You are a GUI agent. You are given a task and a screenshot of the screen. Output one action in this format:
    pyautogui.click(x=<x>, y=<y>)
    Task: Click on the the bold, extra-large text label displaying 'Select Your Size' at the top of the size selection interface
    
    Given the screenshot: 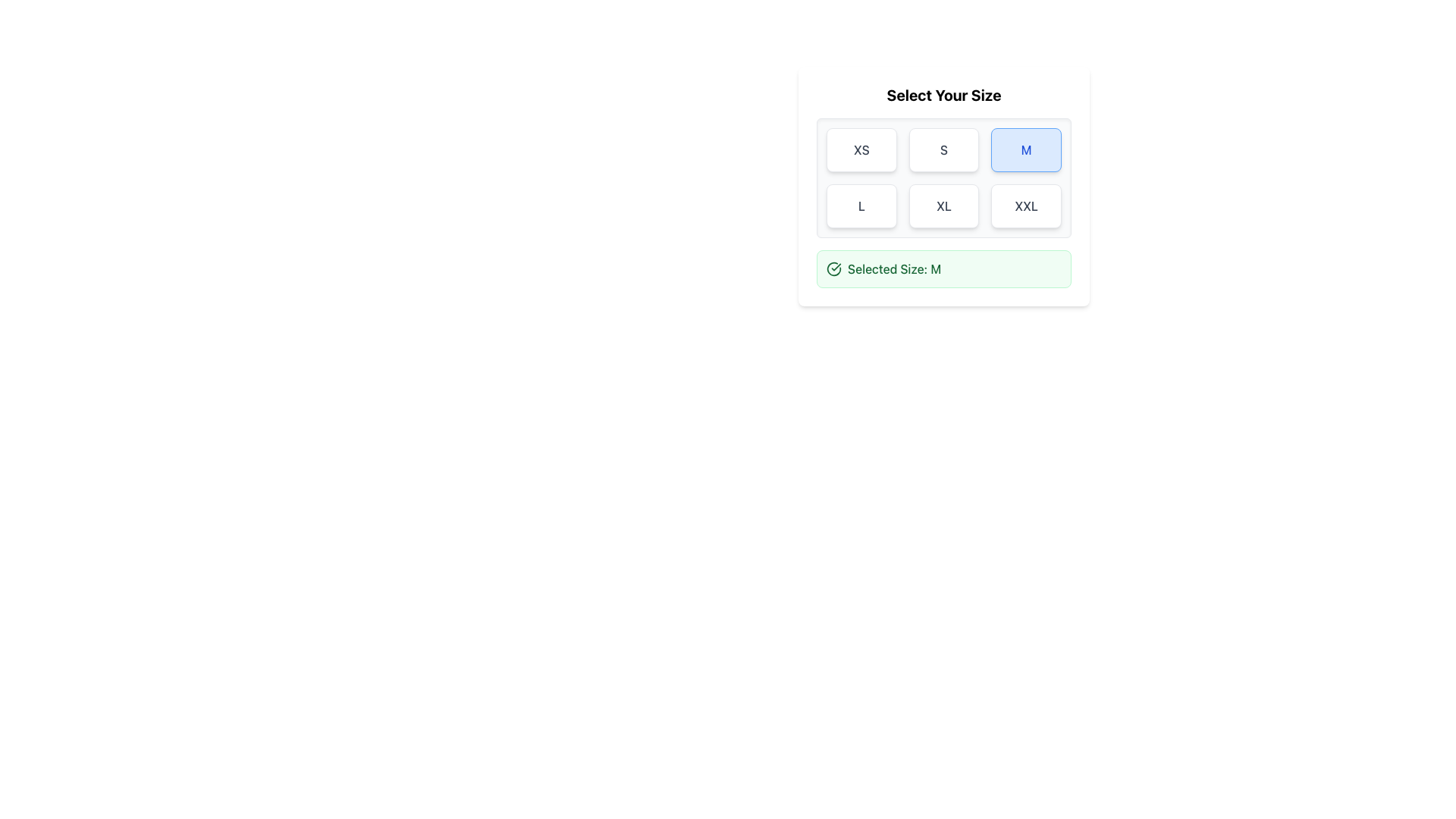 What is the action you would take?
    pyautogui.click(x=943, y=96)
    